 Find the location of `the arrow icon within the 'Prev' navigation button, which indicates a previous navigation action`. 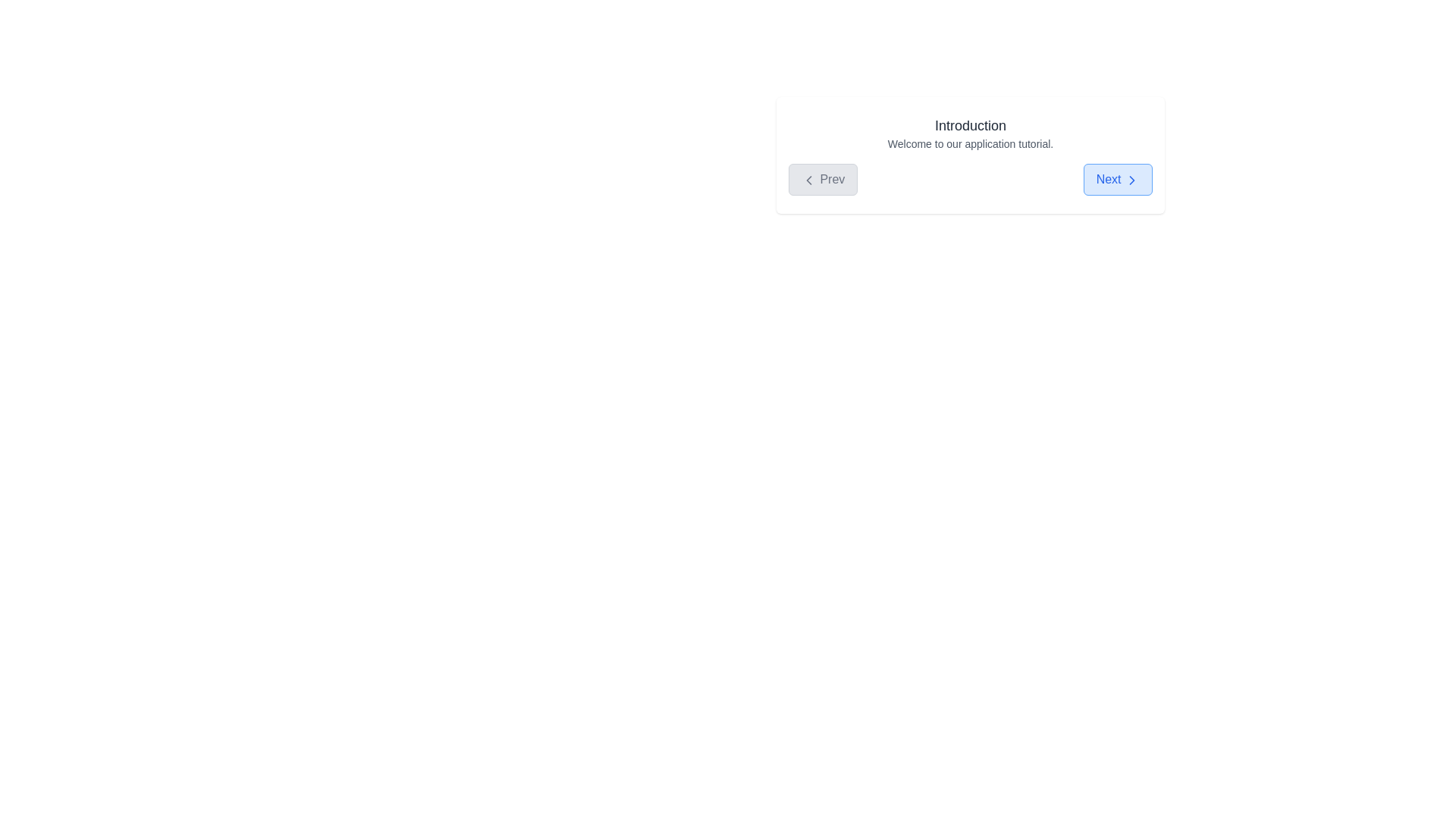

the arrow icon within the 'Prev' navigation button, which indicates a previous navigation action is located at coordinates (808, 178).